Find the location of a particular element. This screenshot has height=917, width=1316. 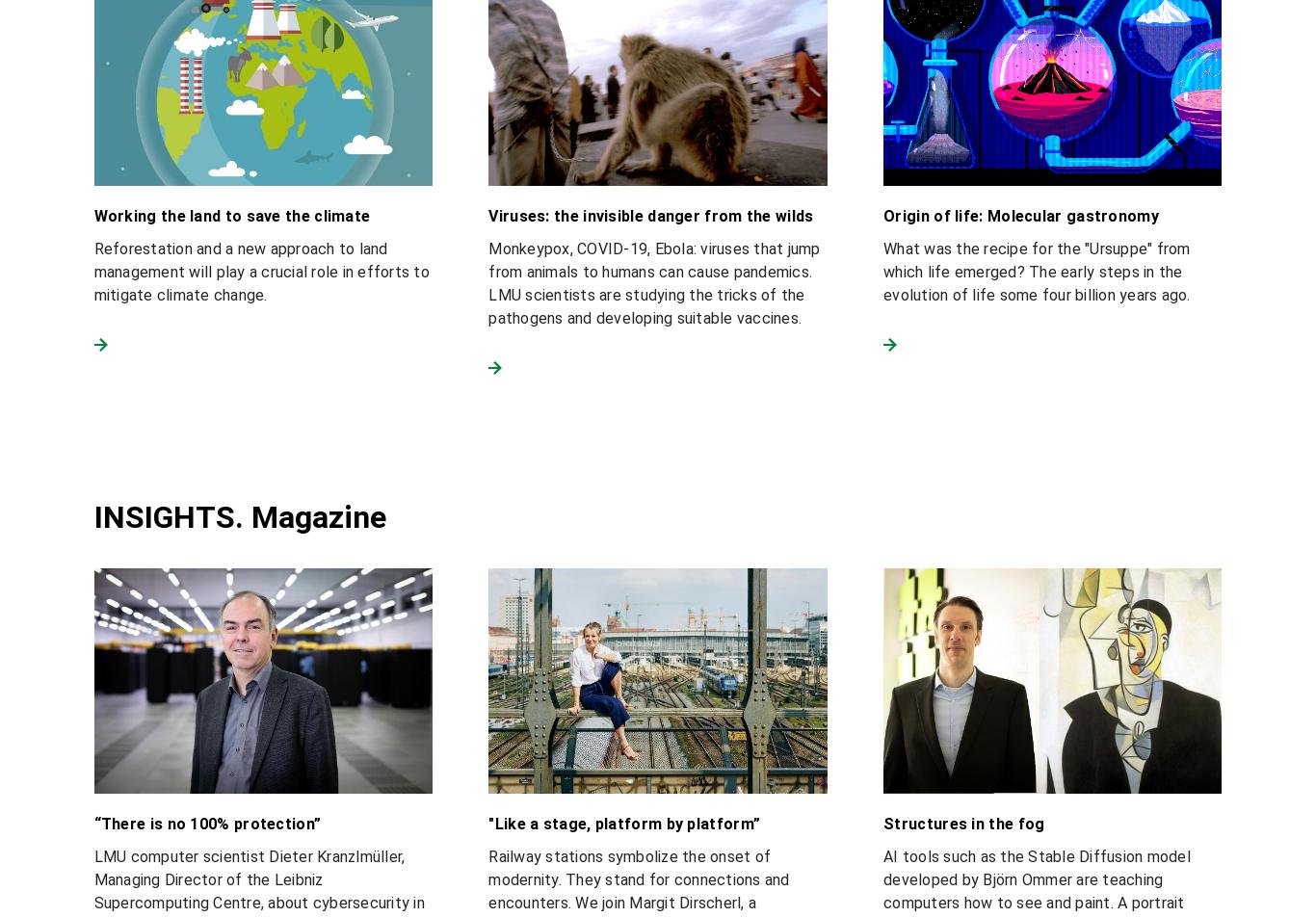

'Structures in the fog' is located at coordinates (963, 824).